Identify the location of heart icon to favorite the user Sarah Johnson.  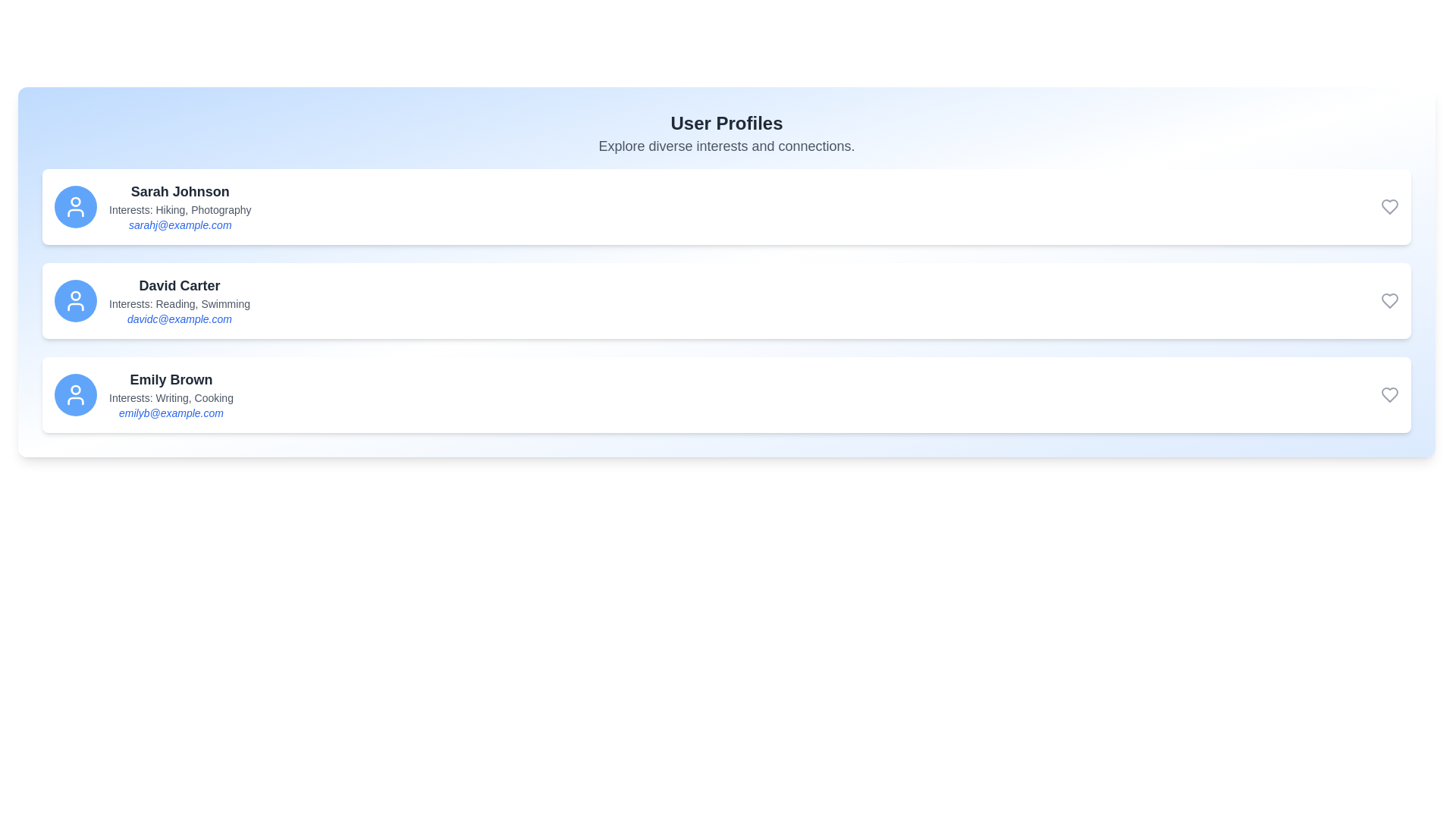
(1390, 207).